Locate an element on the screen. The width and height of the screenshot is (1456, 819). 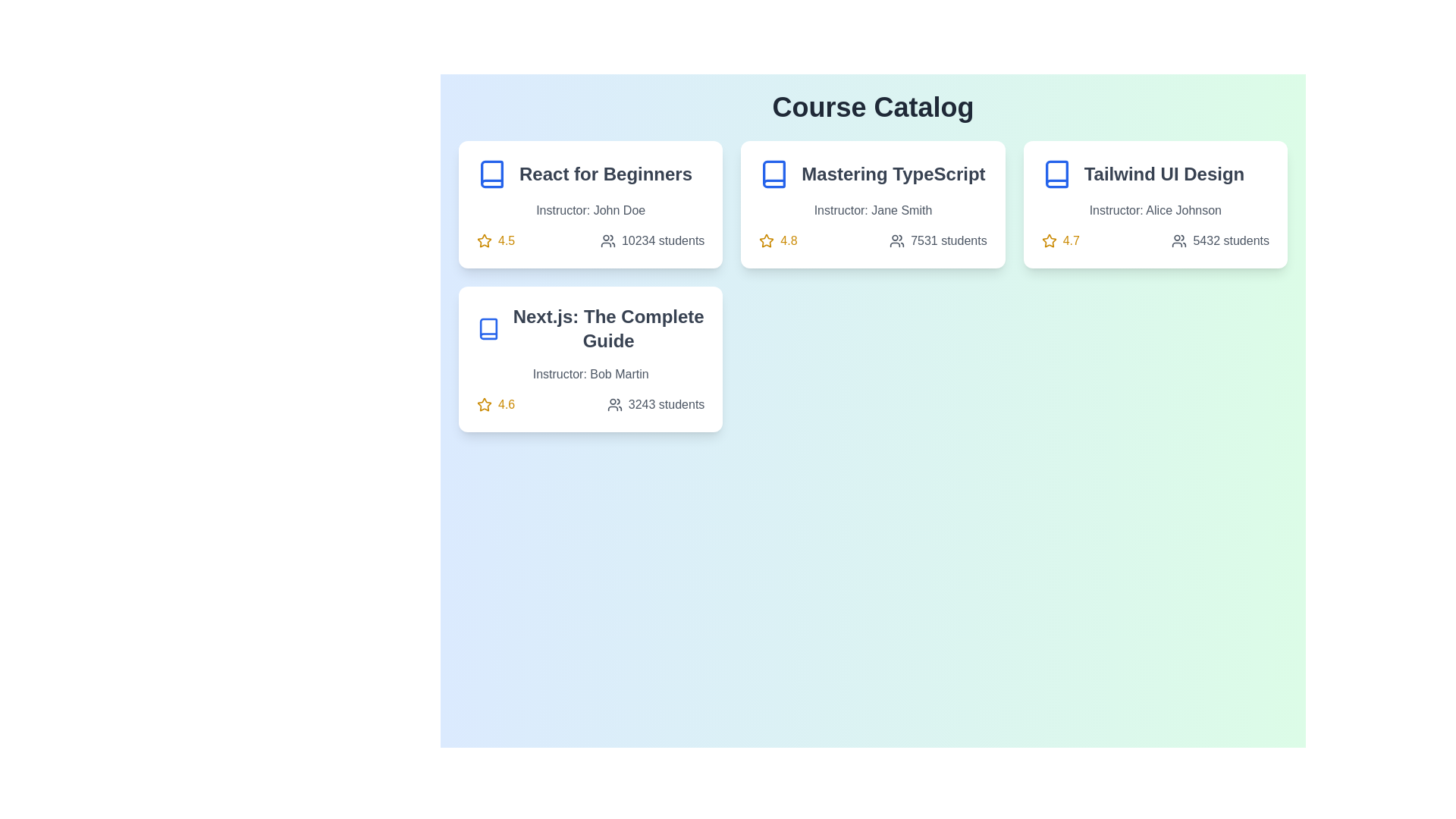
the golden star-shaped icon indicating a rating, located to the left of the rating '4.5' in the 'React for Beginners' card is located at coordinates (483, 240).